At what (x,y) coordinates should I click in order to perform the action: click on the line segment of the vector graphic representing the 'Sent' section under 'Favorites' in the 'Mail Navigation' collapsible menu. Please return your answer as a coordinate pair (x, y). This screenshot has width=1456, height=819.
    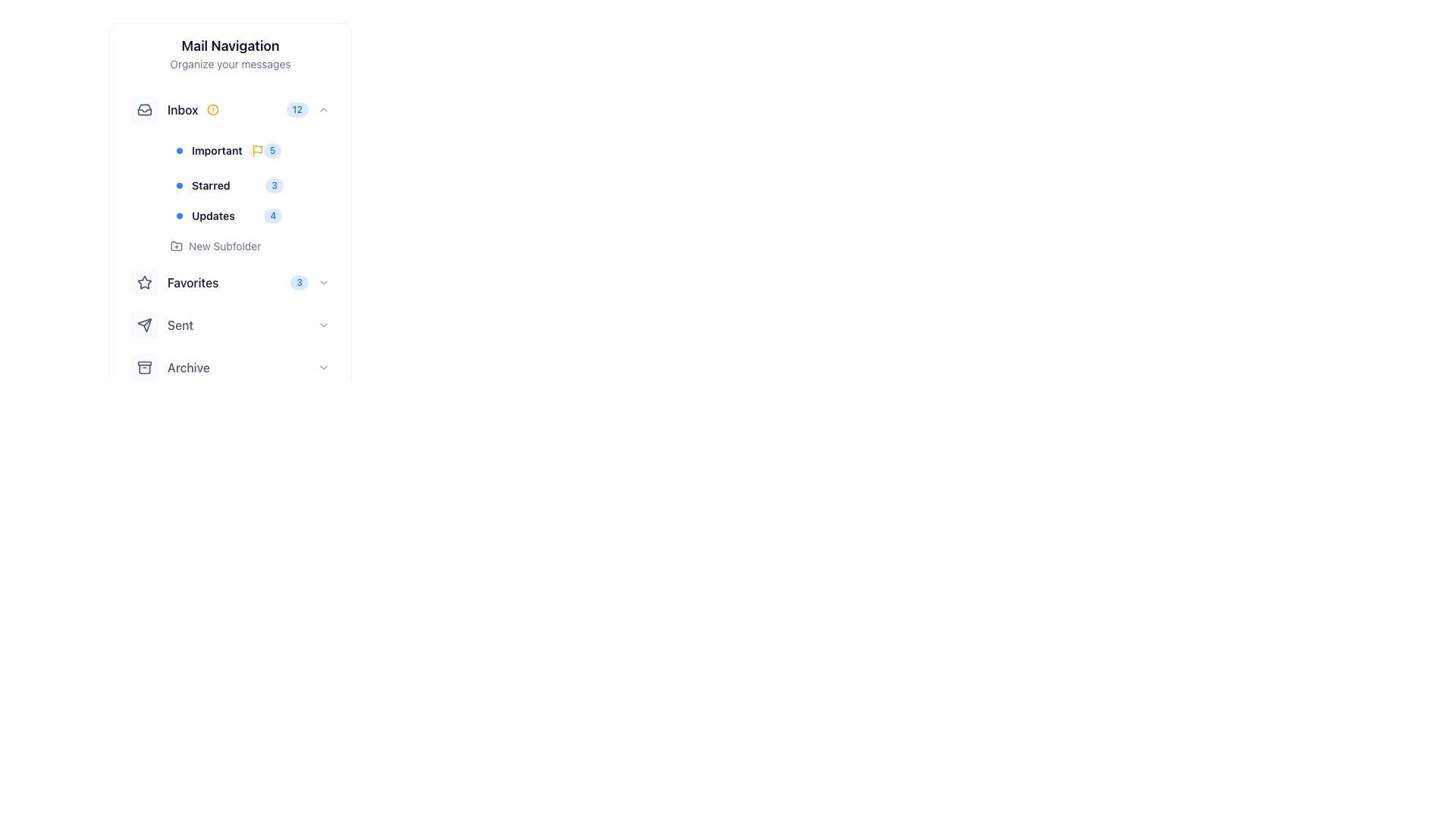
    Looking at the image, I should click on (147, 322).